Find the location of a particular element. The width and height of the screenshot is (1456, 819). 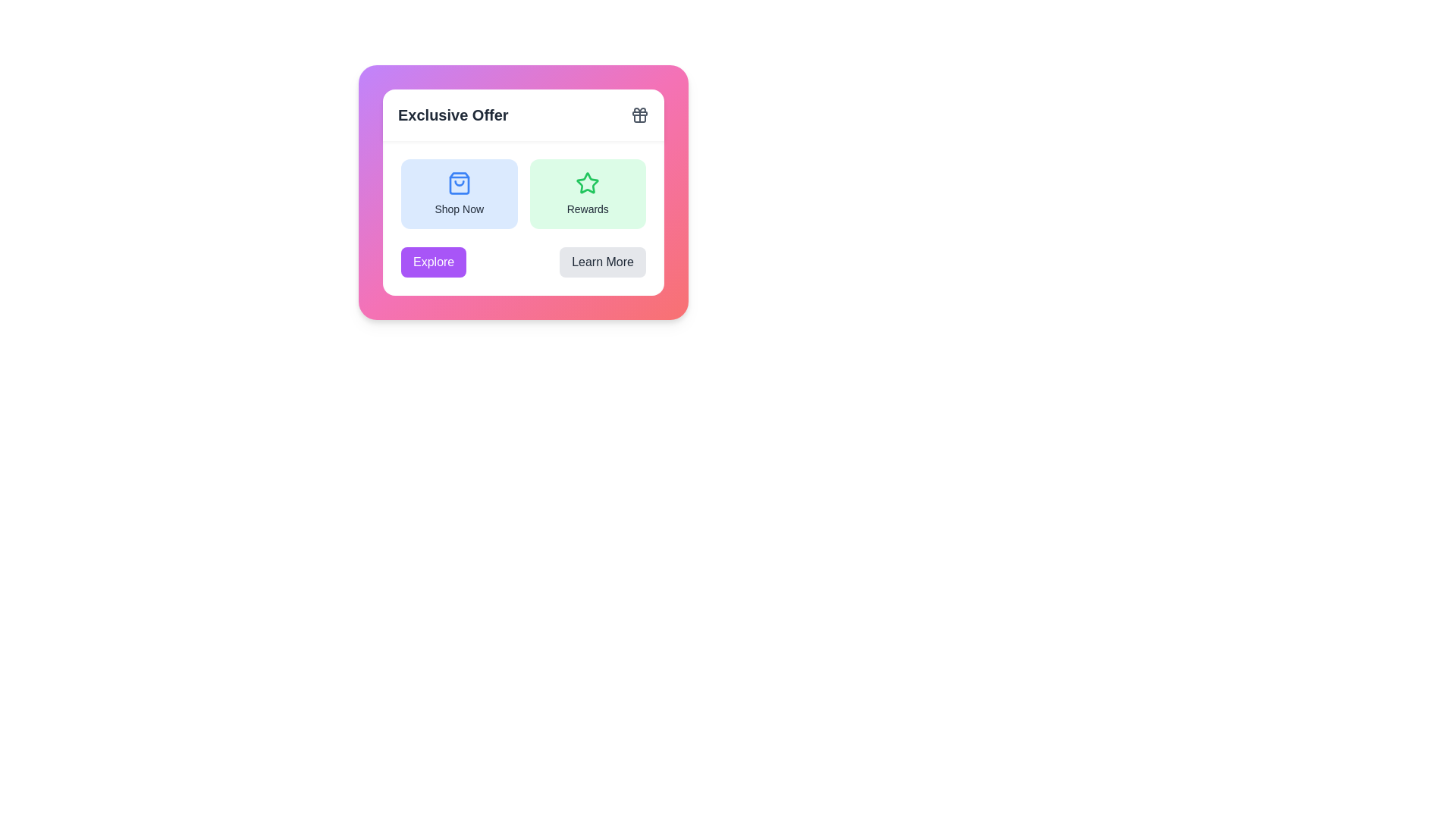

the shopping icon located in the upper section of the 'Shop Now' card, which serves as a visual cue for users is located at coordinates (458, 183).